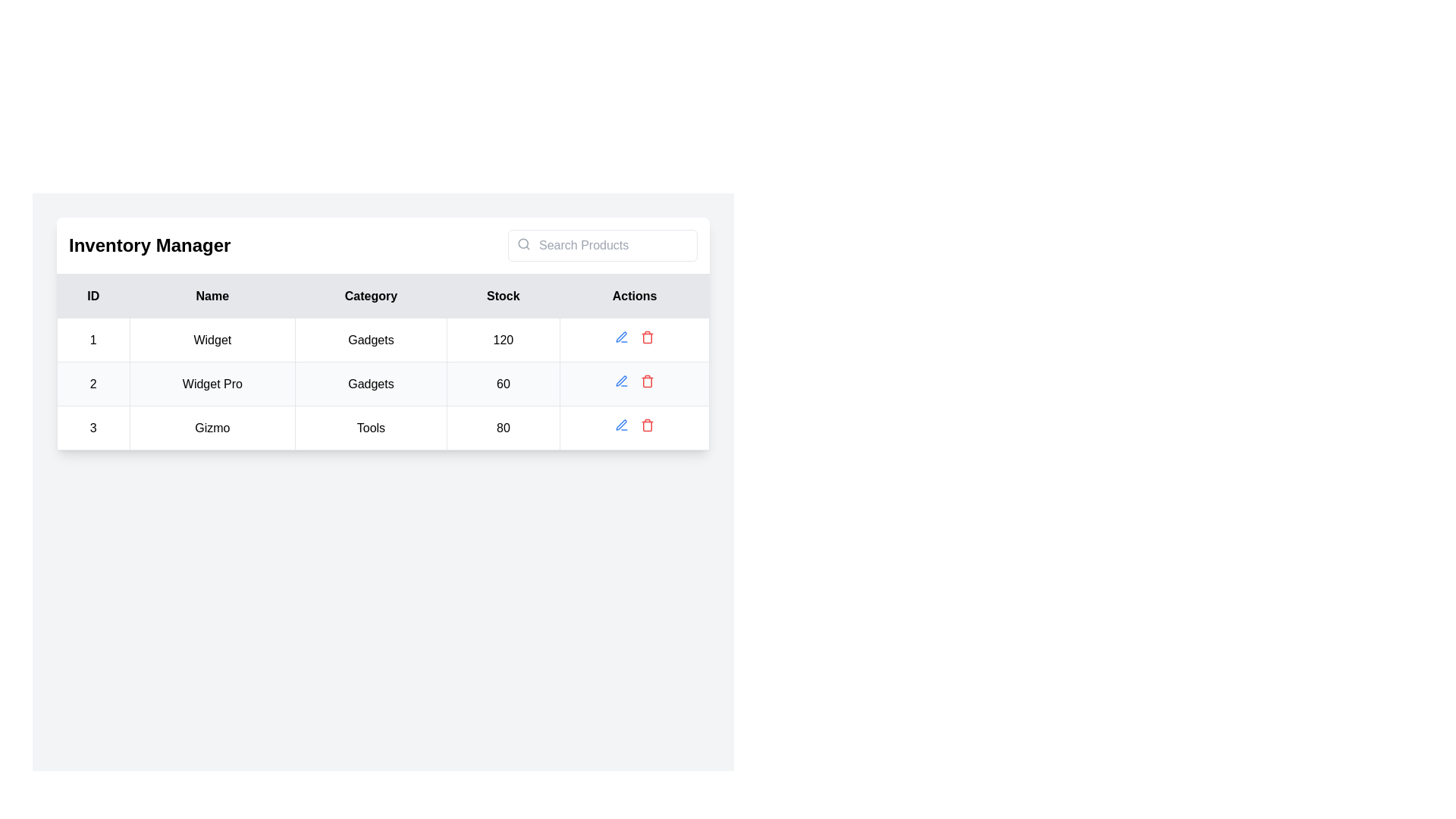 The width and height of the screenshot is (1456, 819). Describe the element at coordinates (524, 243) in the screenshot. I see `the Search Magnifier icon located on the left side of the search bar input field` at that location.